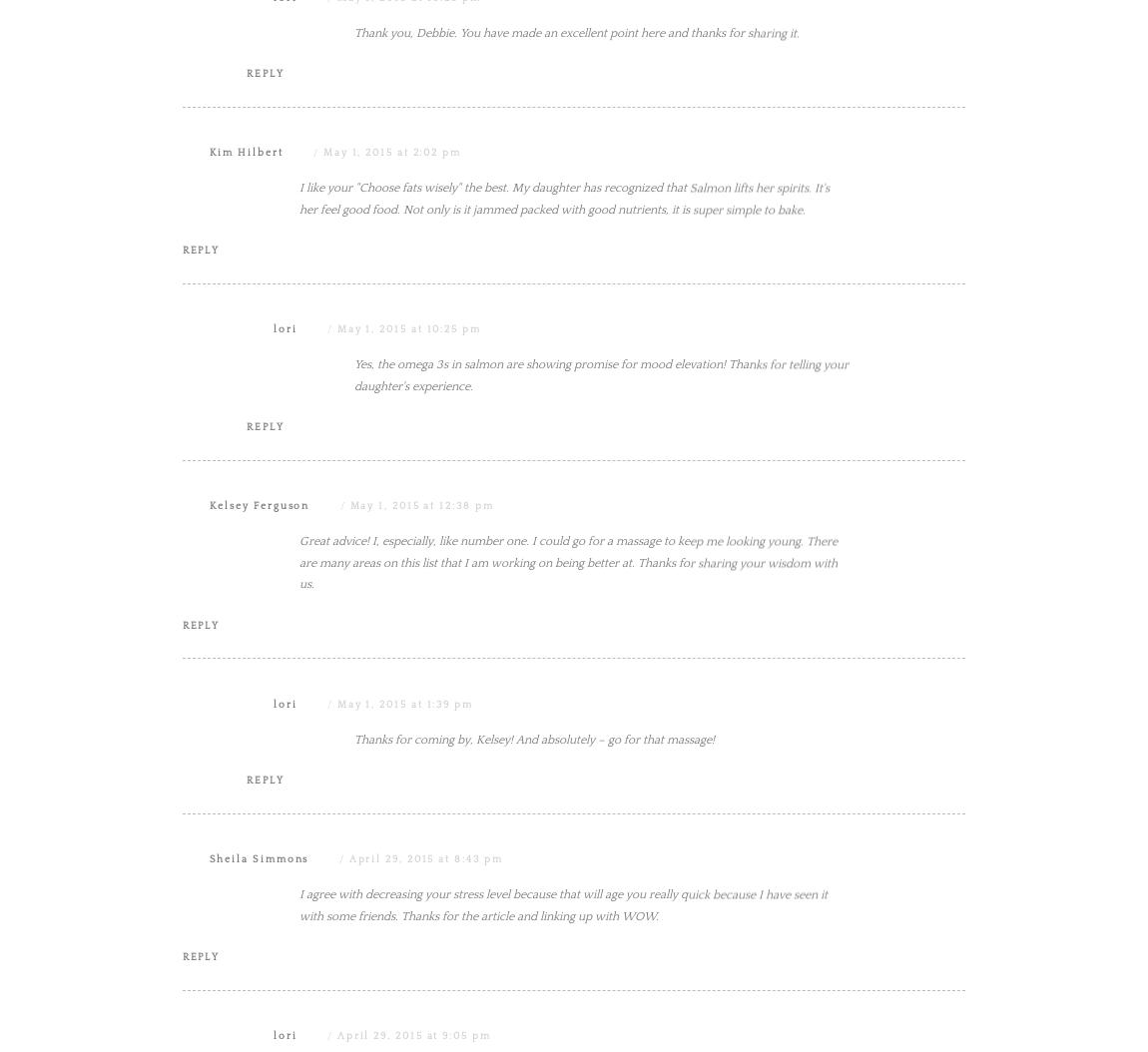 This screenshot has height=1052, width=1148. Describe the element at coordinates (335, 903) in the screenshot. I see `'May 1, 2015 at 1:39 pm'` at that location.